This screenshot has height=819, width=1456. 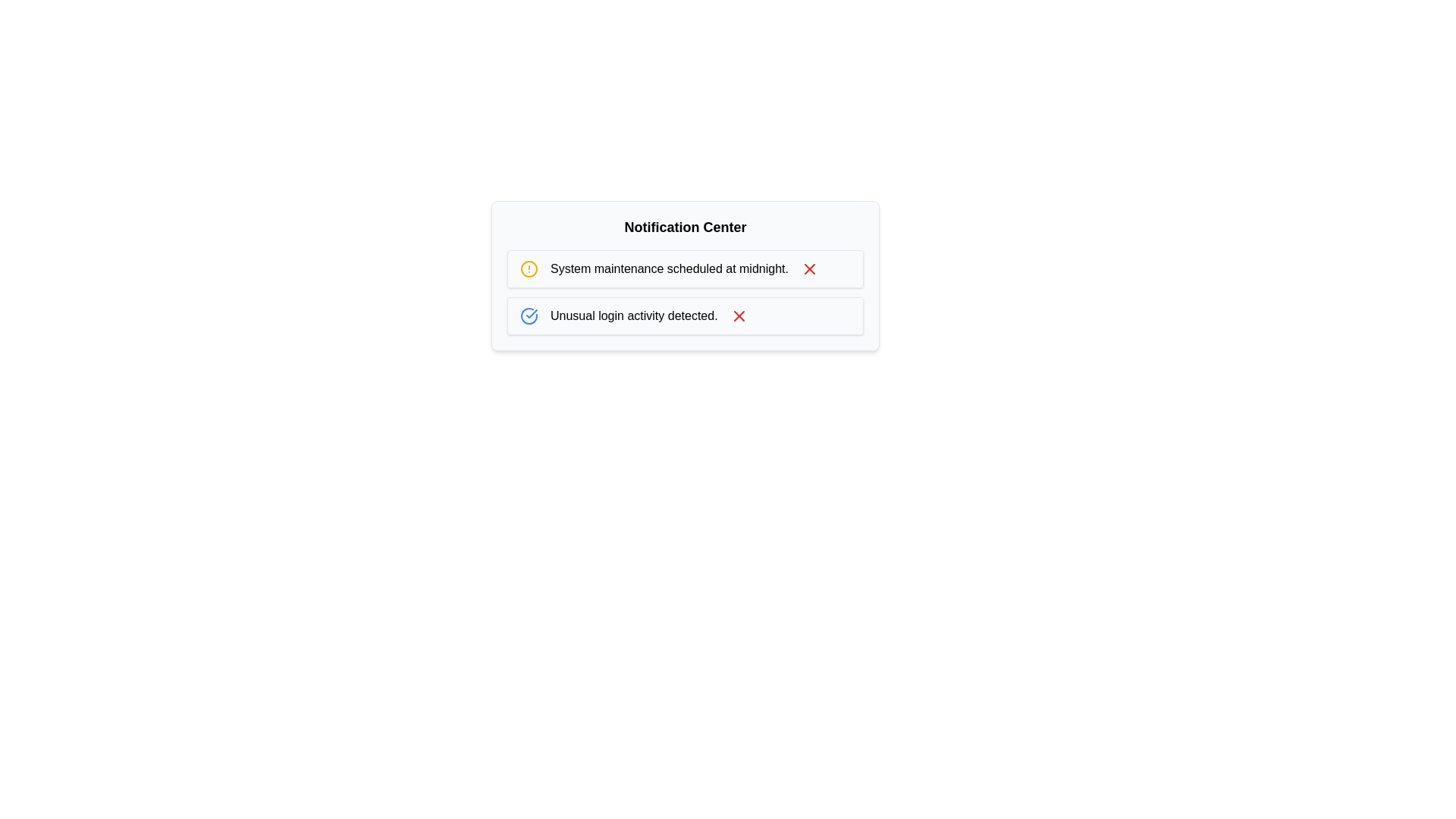 I want to click on the text label that informs the user about detected unusual login activity in the Notification Center, which is the primary content of the second notification, so click(x=634, y=315).